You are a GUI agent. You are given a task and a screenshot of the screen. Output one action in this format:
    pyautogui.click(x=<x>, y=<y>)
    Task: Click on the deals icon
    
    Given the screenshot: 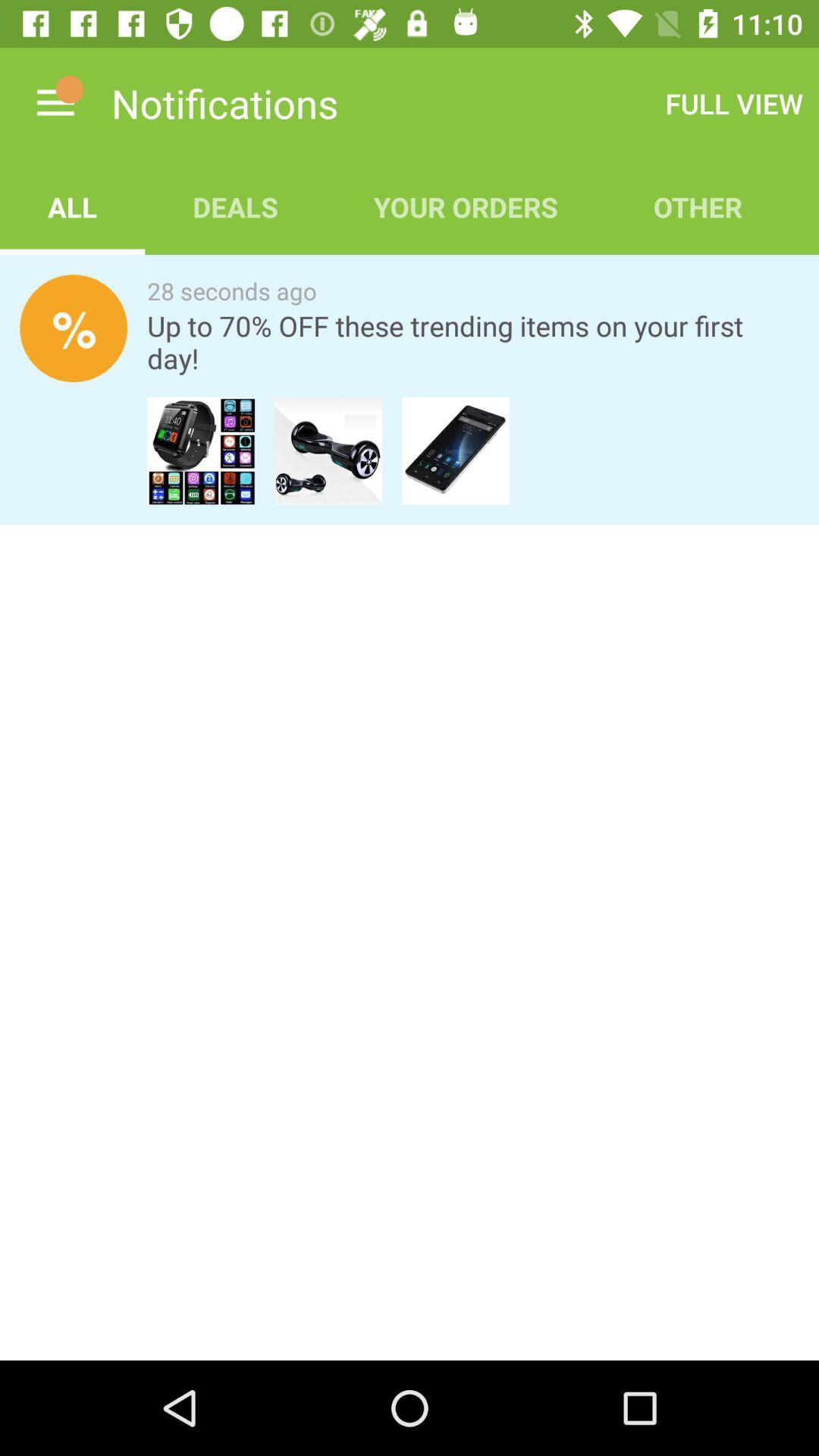 What is the action you would take?
    pyautogui.click(x=235, y=206)
    